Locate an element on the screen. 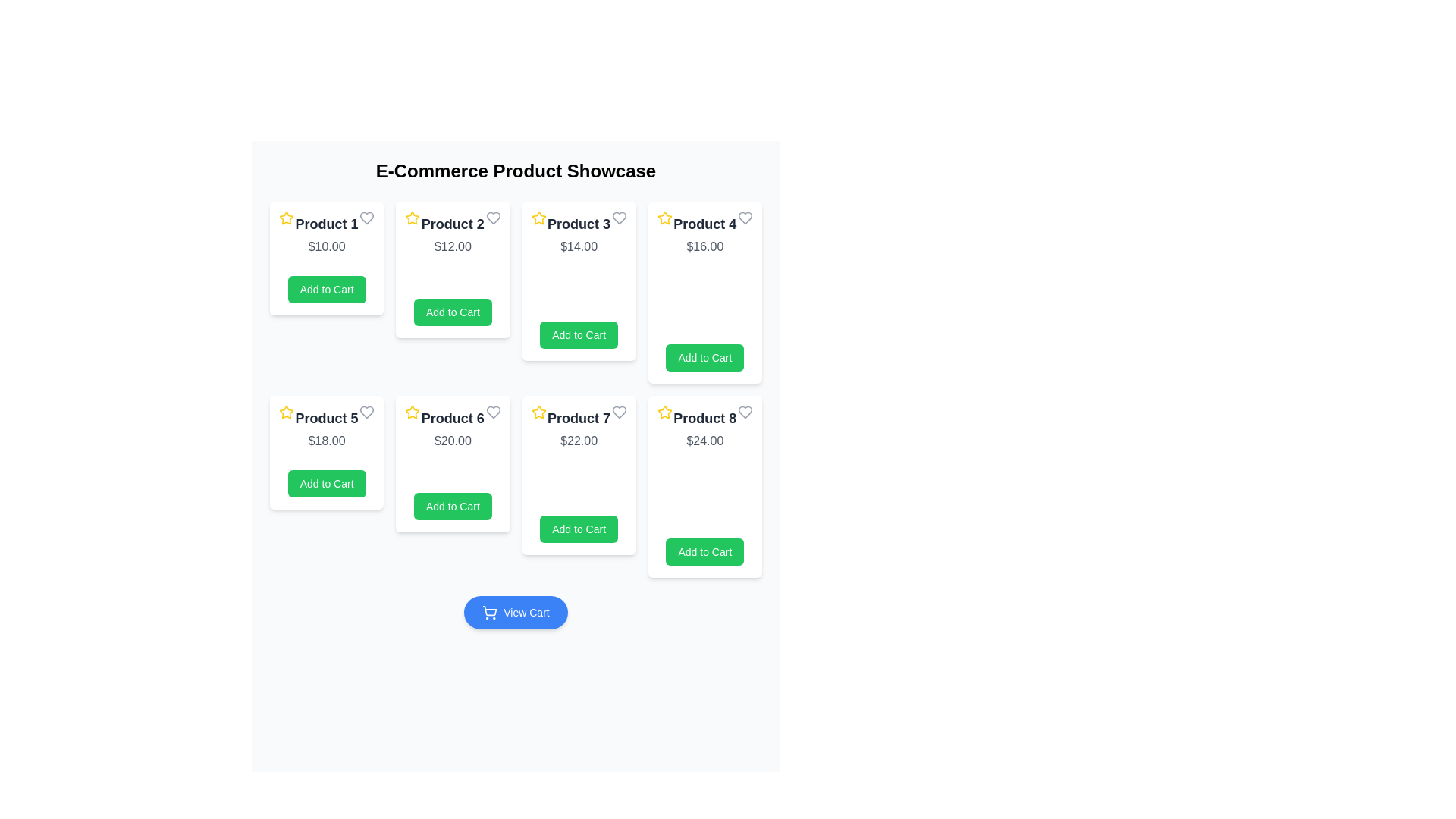 This screenshot has width=1456, height=819. the heart icon button located at the top-right corner of the card displaying 'Product 5' is located at coordinates (367, 412).